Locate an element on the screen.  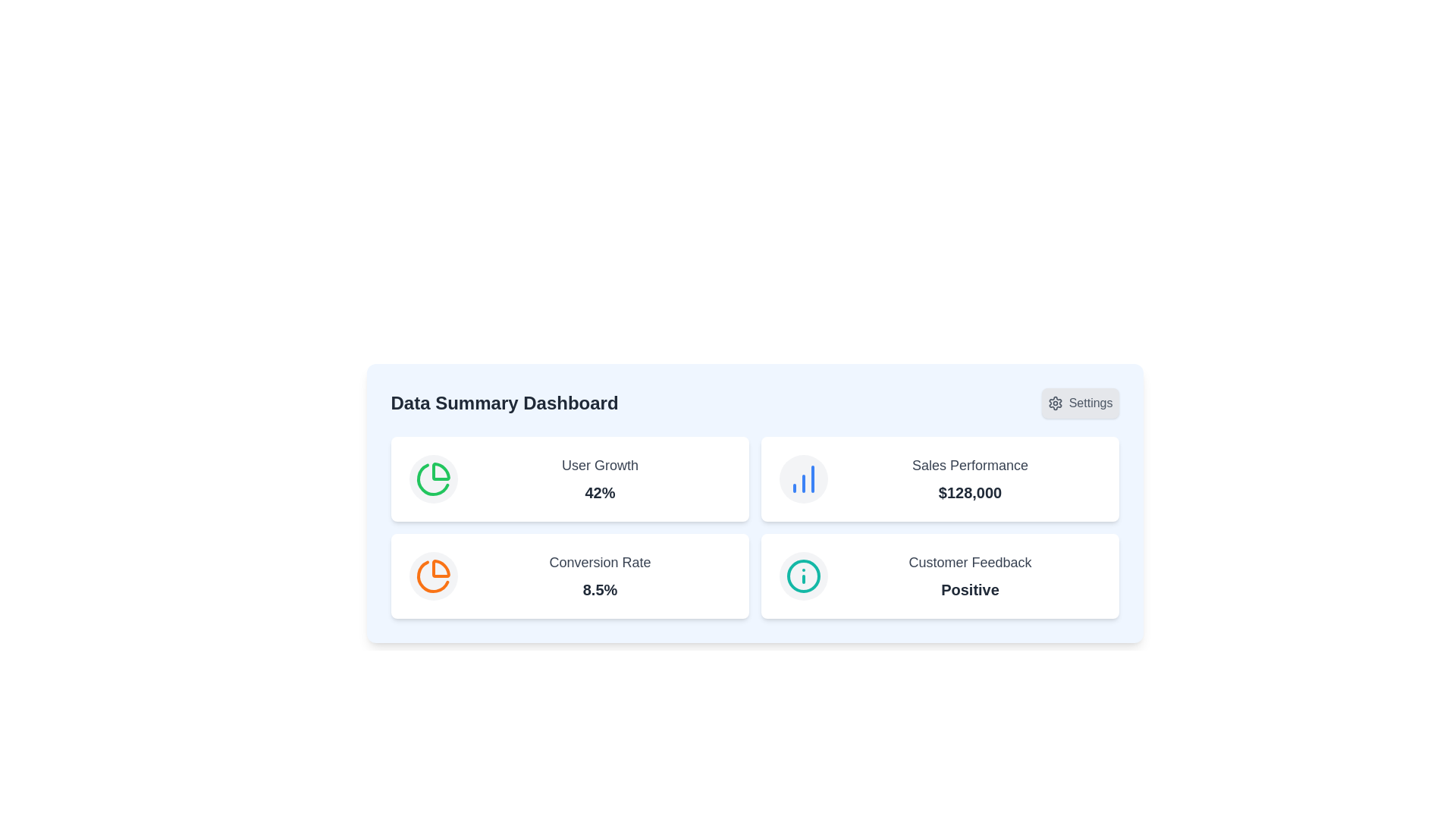
the green segment of the pie chart representing user growth, located at the upper left corner of the card is located at coordinates (431, 479).